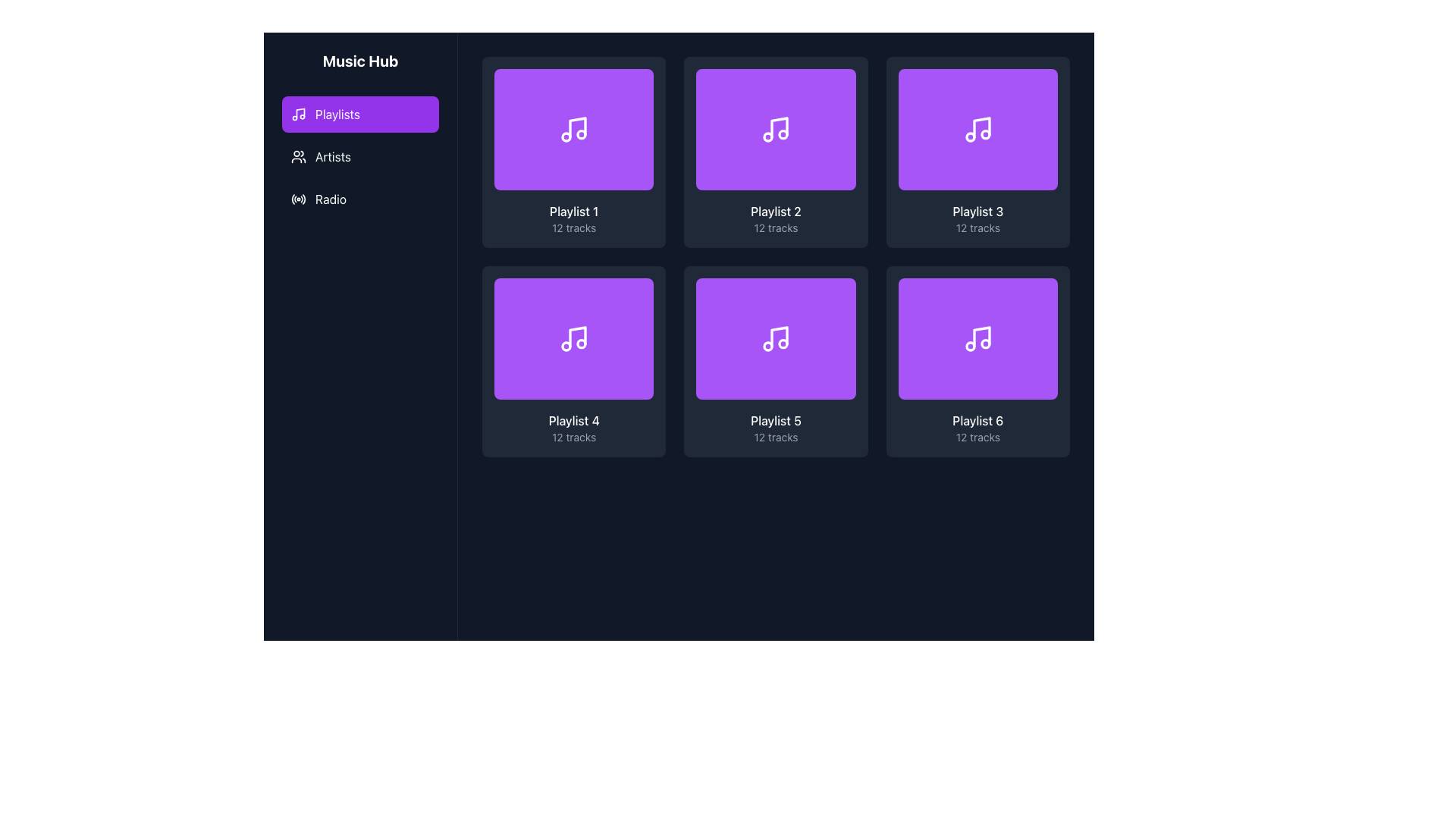  Describe the element at coordinates (985, 344) in the screenshot. I see `the upper-right circular shape of the music note icon located in the sixth card of the grid layout, which is in the third column of the second row` at that location.